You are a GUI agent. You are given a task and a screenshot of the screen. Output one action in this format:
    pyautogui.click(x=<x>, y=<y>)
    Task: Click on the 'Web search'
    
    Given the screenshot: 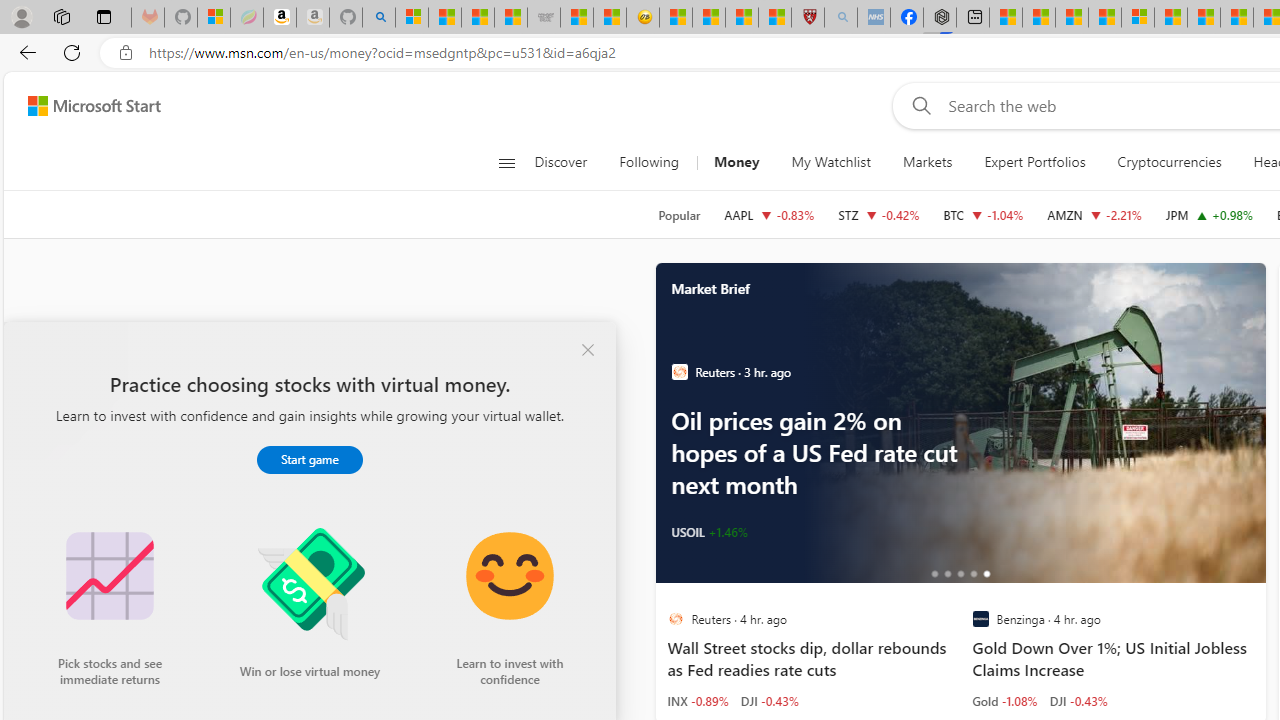 What is the action you would take?
    pyautogui.click(x=916, y=105)
    